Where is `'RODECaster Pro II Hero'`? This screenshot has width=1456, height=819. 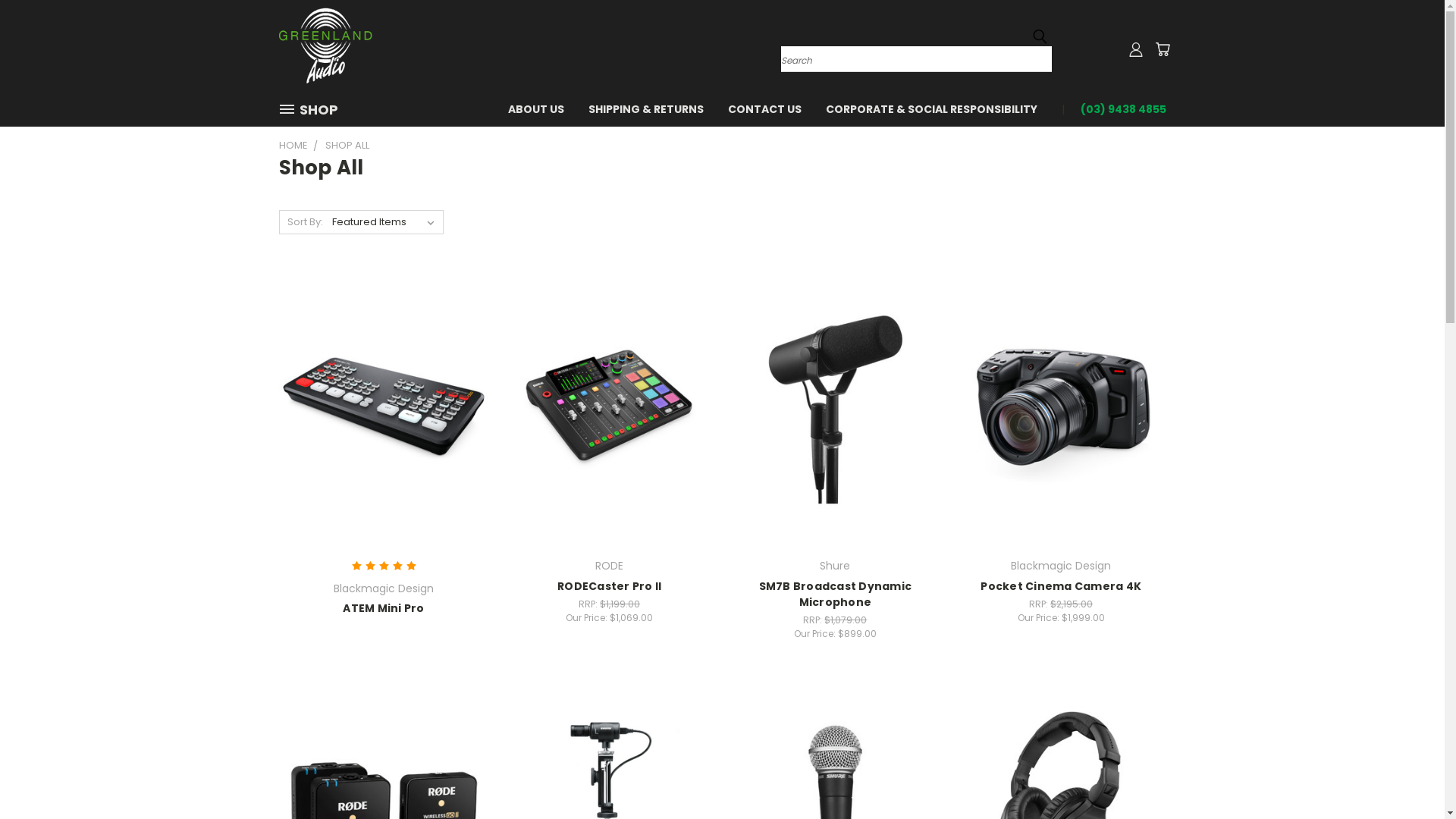 'RODECaster Pro II Hero' is located at coordinates (609, 409).